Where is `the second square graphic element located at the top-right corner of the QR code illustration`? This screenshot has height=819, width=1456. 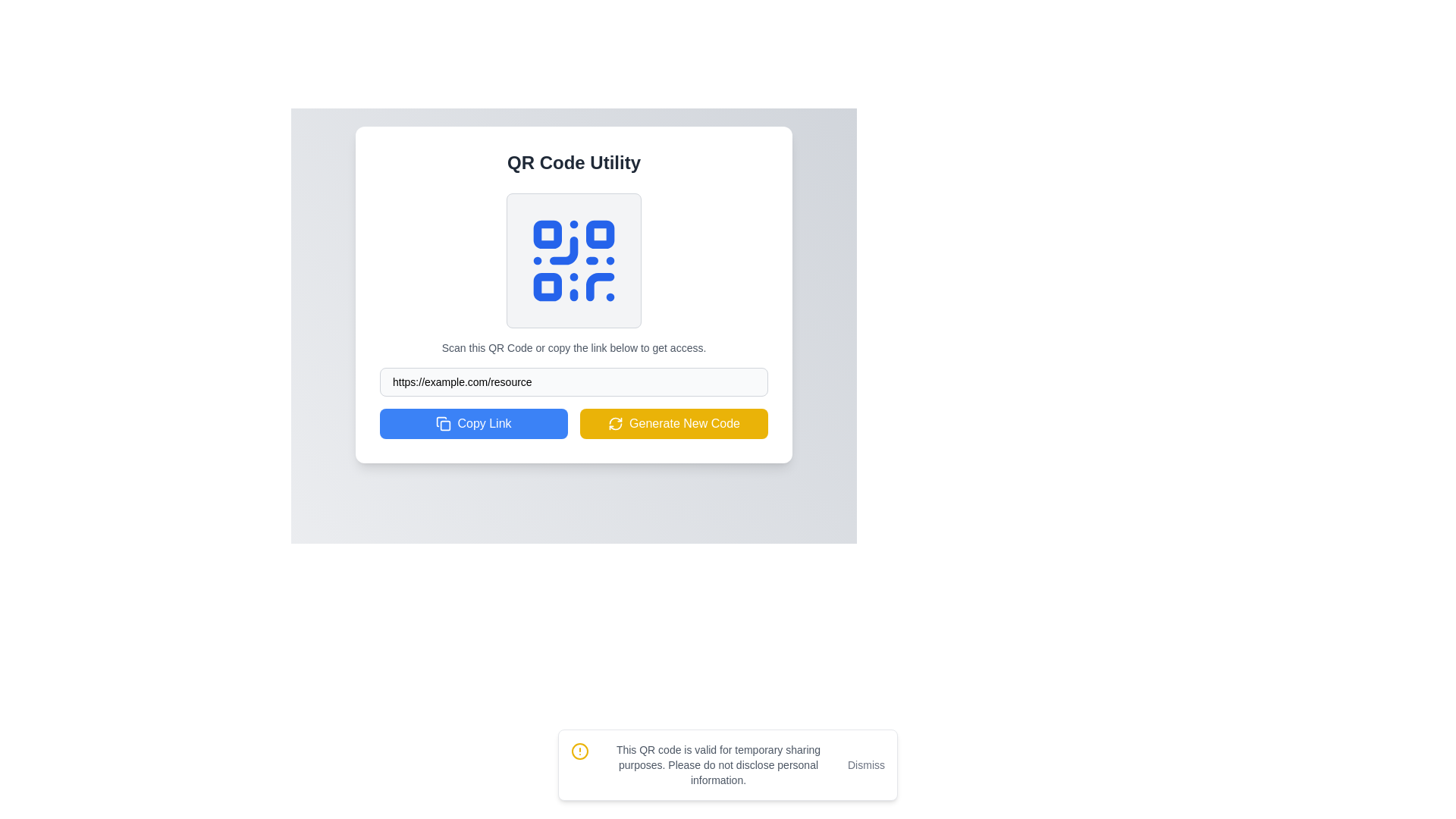 the second square graphic element located at the top-right corner of the QR code illustration is located at coordinates (599, 234).